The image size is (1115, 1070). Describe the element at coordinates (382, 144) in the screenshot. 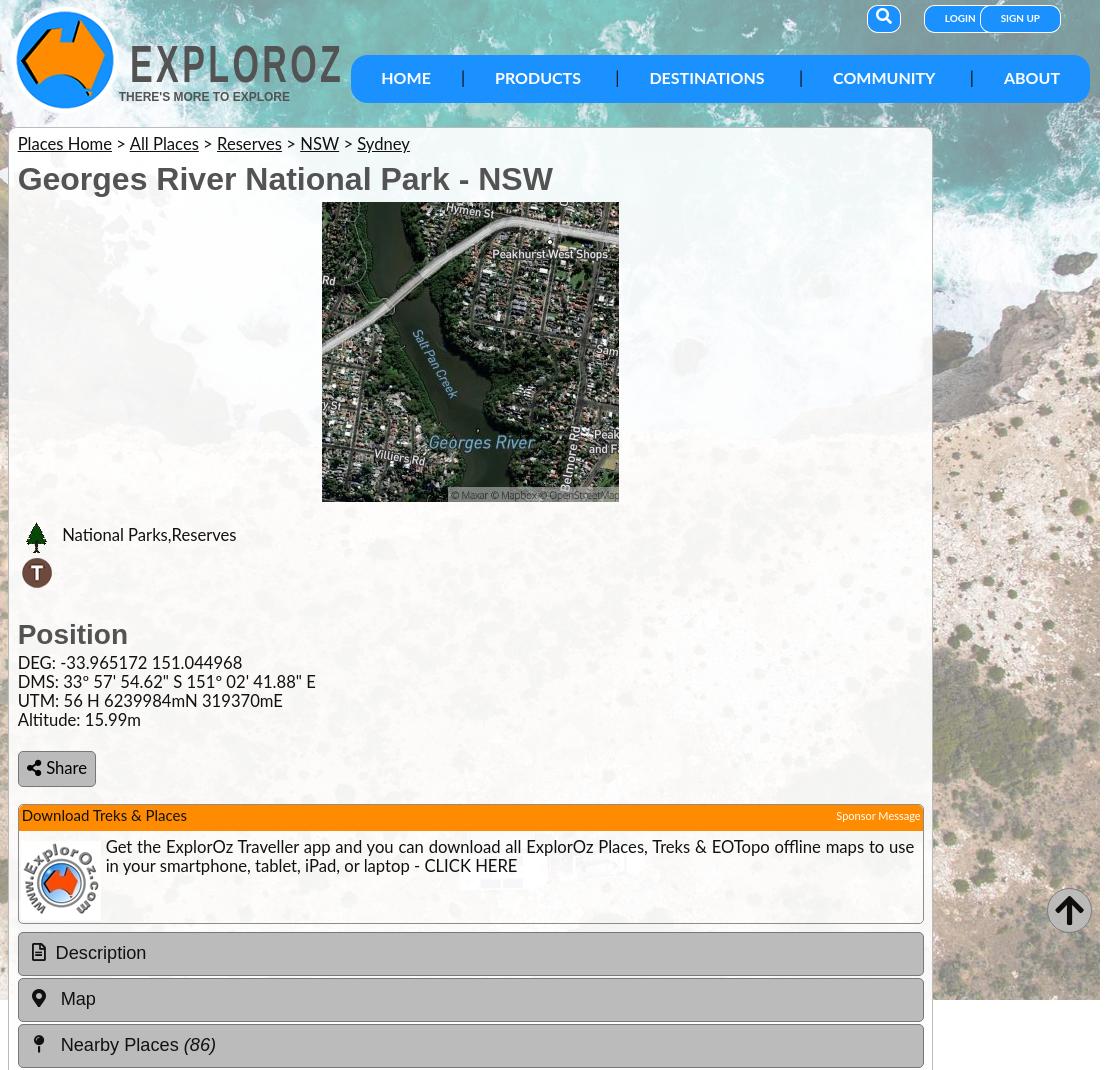

I see `'Sydney'` at that location.